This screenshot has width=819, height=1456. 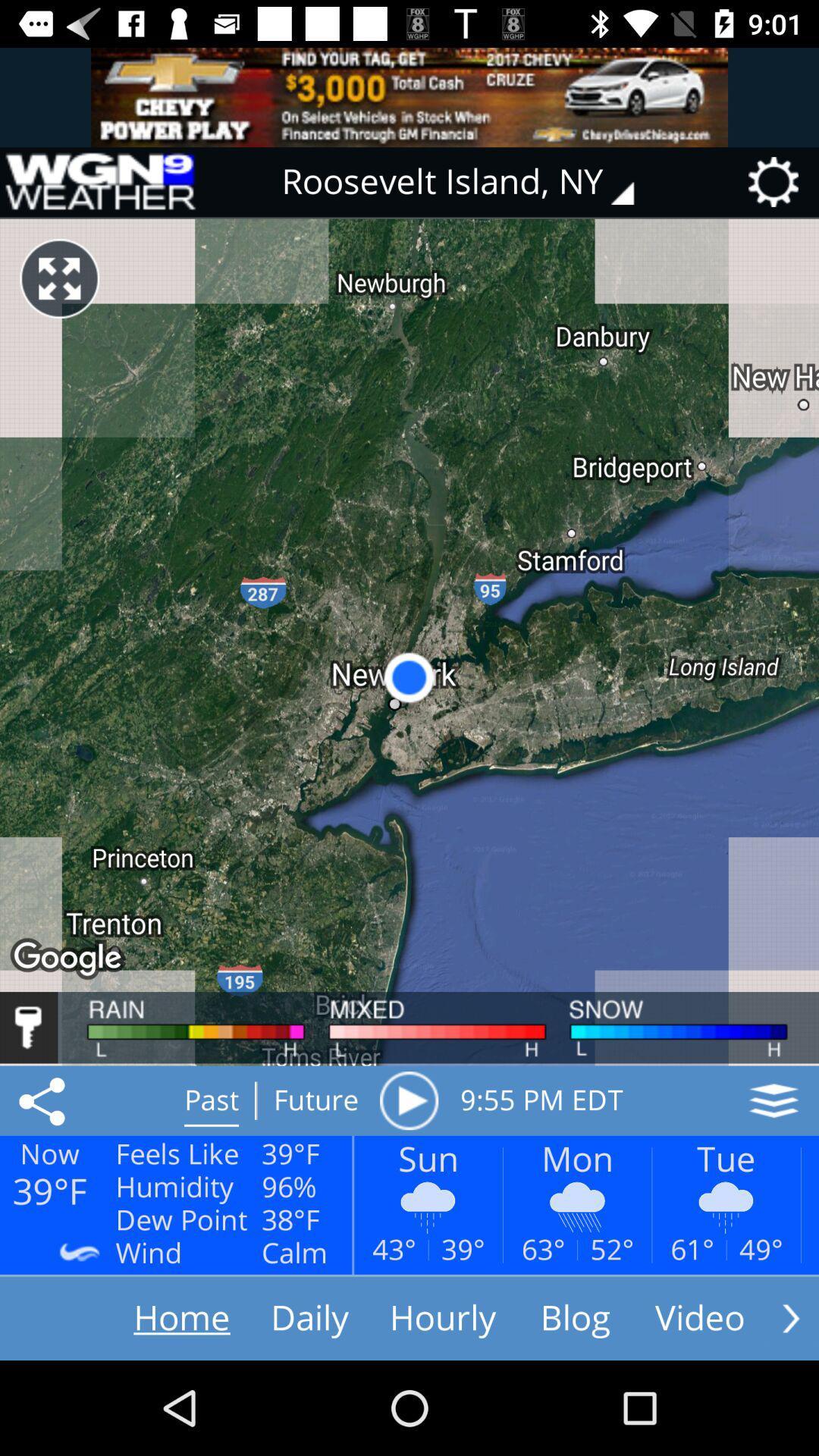 I want to click on share this map, so click(x=44, y=1100).